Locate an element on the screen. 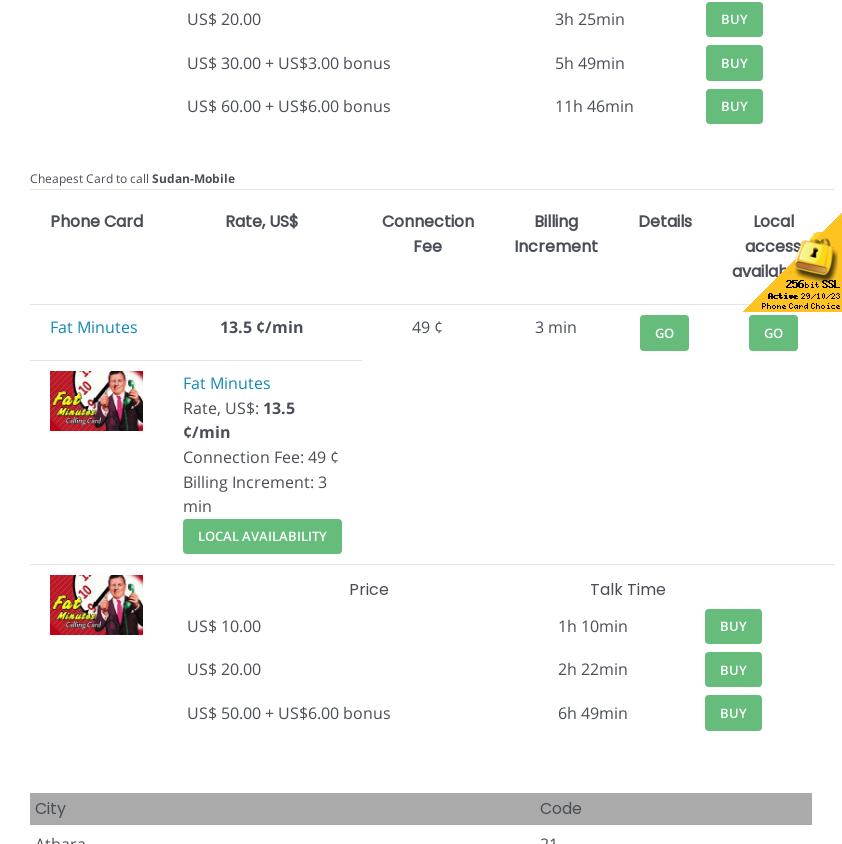 This screenshot has width=842, height=844. 'Sudan-Mobile' is located at coordinates (192, 177).